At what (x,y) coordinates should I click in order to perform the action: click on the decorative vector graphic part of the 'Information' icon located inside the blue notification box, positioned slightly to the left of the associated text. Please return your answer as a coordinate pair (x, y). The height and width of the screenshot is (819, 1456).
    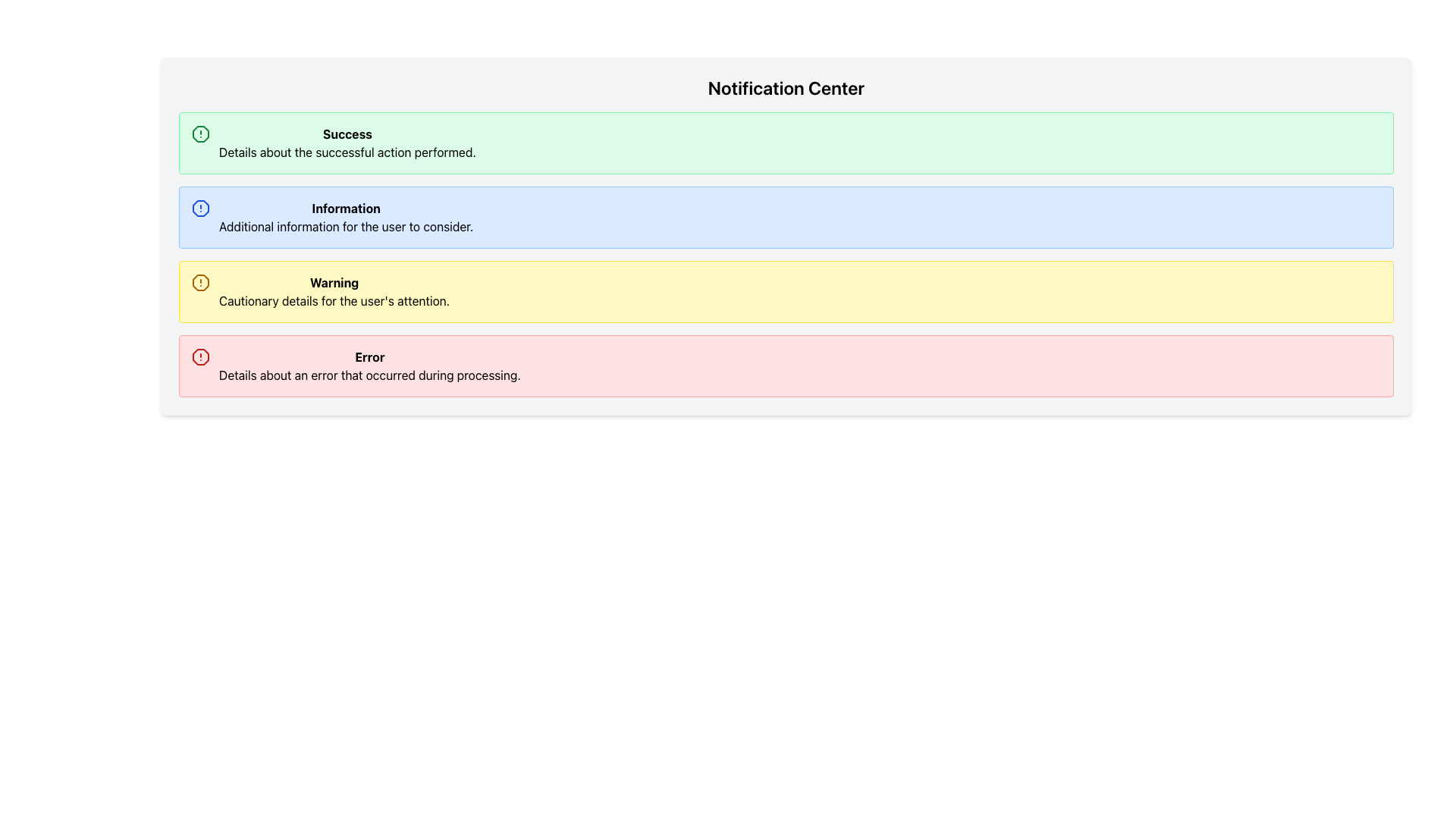
    Looking at the image, I should click on (199, 208).